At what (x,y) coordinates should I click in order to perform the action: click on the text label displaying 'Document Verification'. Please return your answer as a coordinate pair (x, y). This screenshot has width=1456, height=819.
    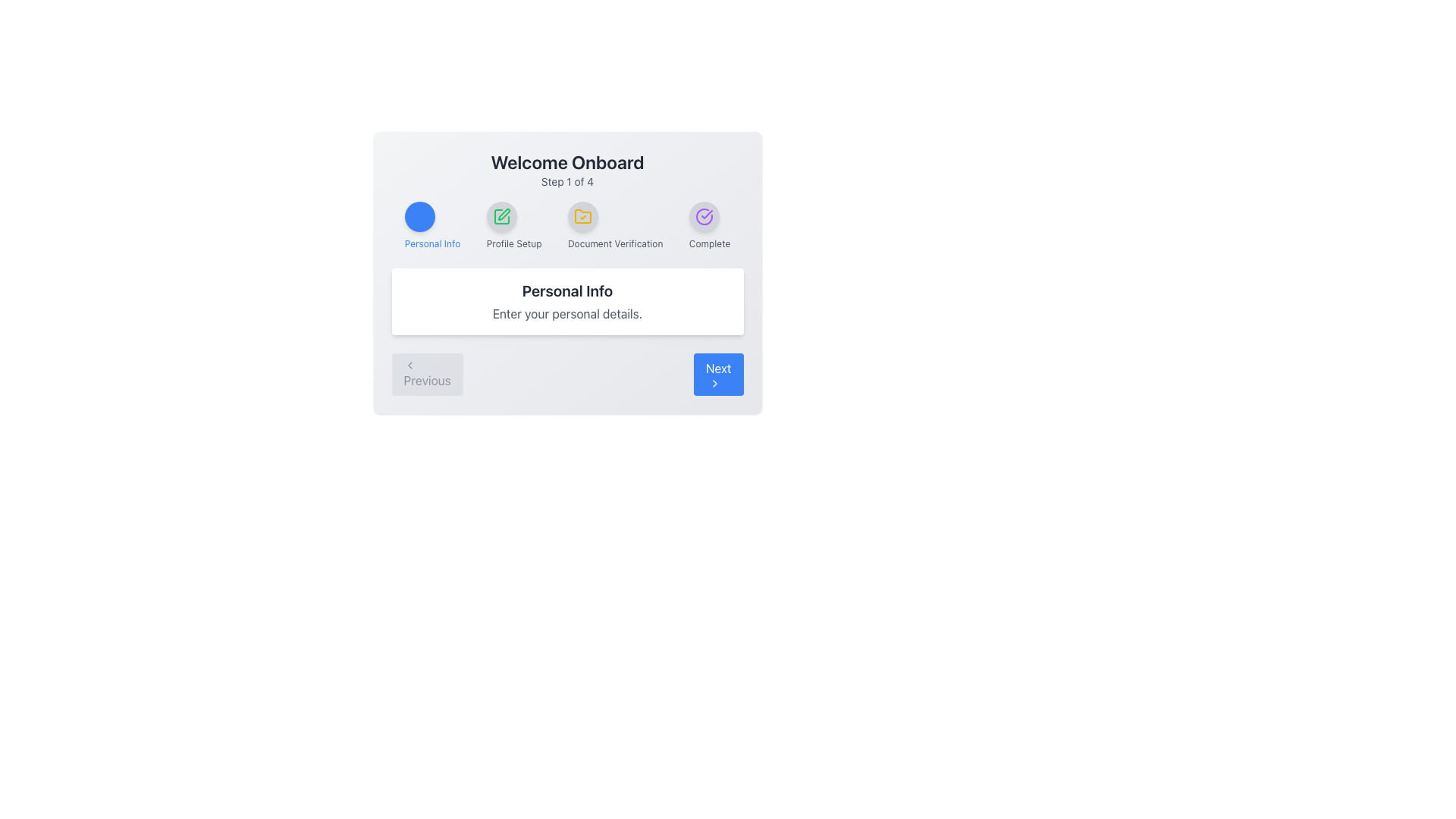
    Looking at the image, I should click on (615, 243).